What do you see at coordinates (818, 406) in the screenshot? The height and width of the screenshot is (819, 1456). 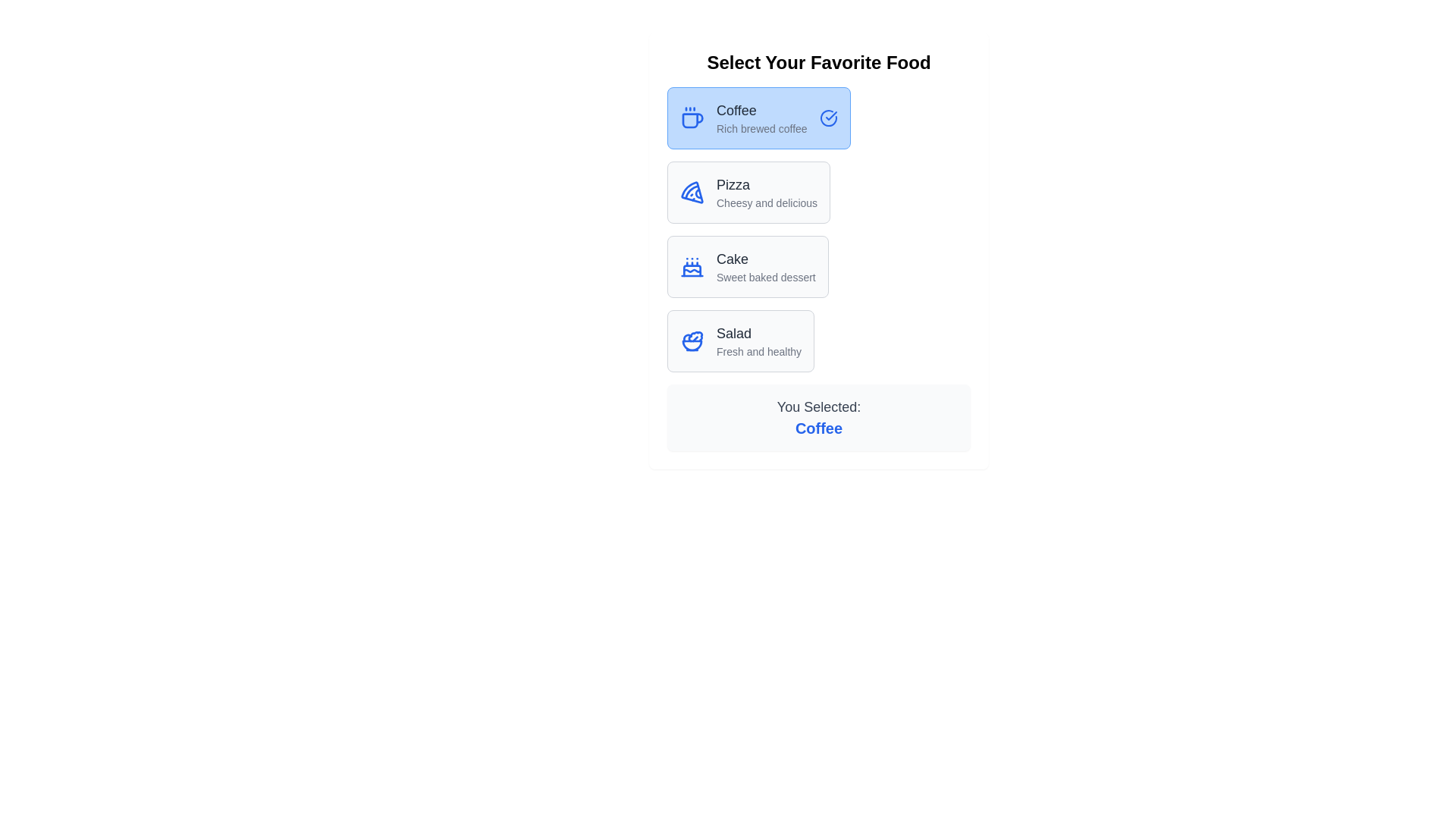 I see `the text label displaying 'You Selected:' which is styled in dark gray color and located in a light gray box, positioned at the center-bottom of the interface` at bounding box center [818, 406].